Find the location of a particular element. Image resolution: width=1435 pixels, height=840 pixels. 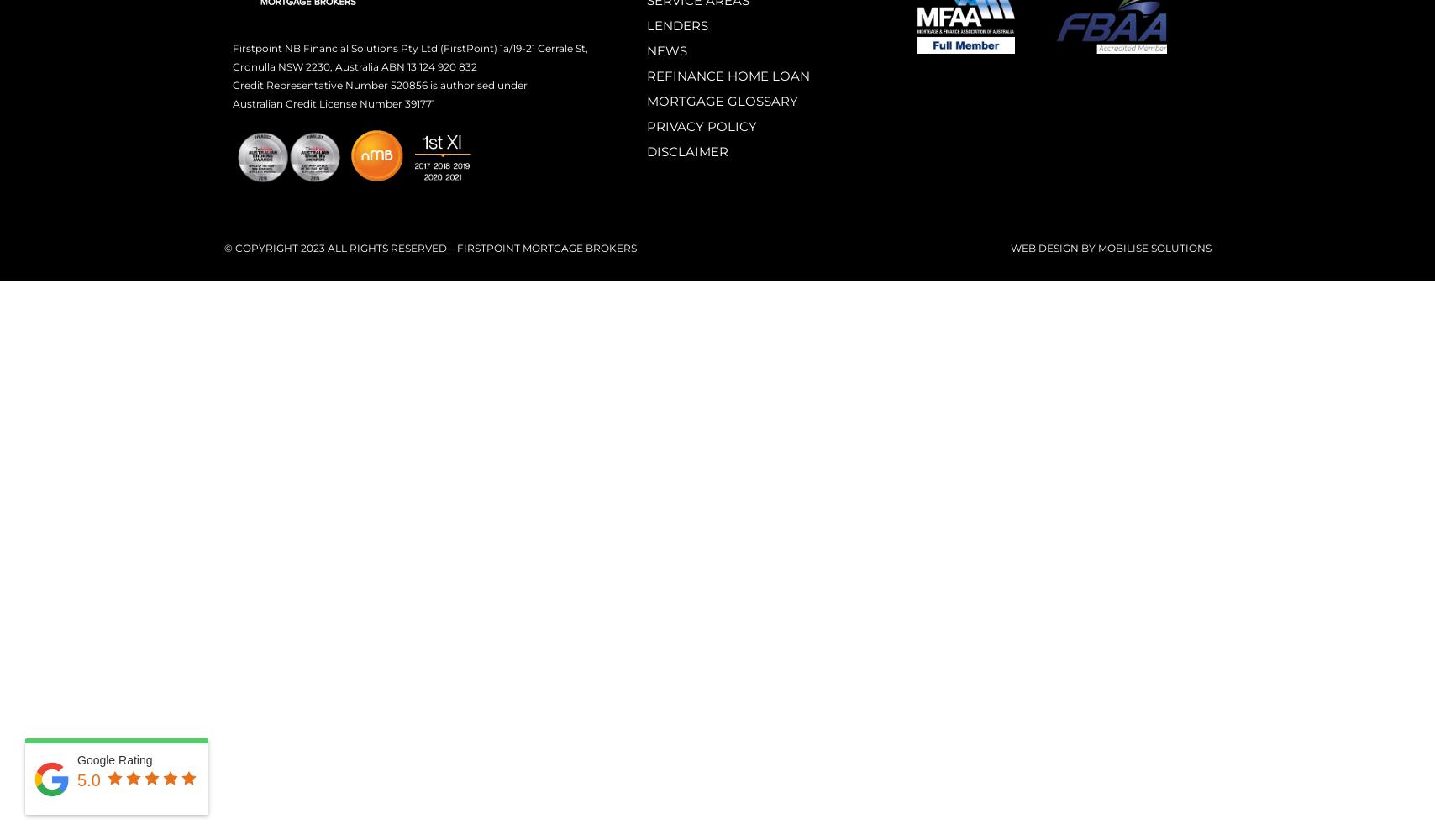

'Credit Representative Number 520856 is authorised under' is located at coordinates (379, 83).